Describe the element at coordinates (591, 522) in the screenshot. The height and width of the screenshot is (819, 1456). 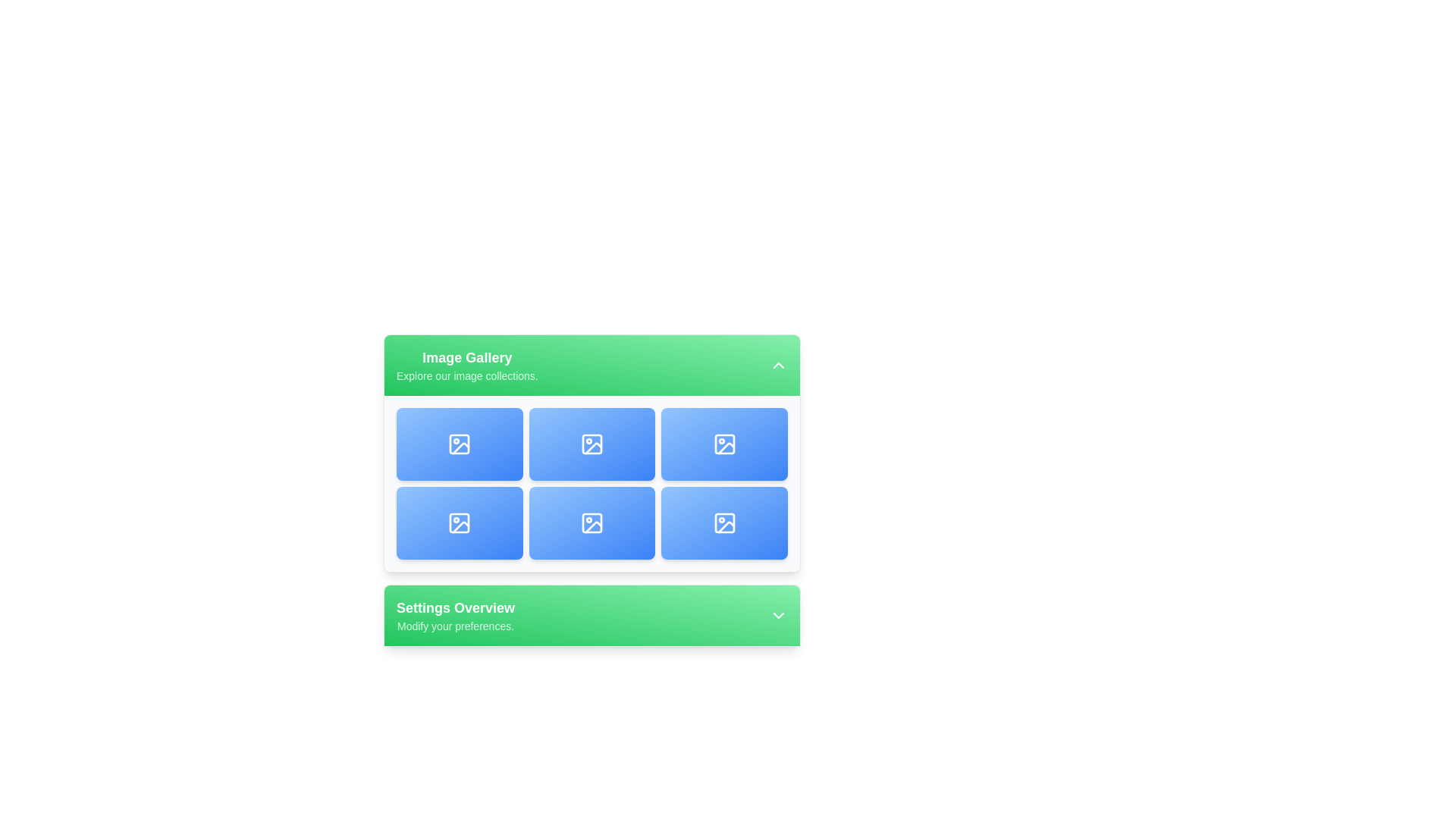
I see `the icon representing the action of selecting or interacting with an image, located within the blue button in the second row, third column of the 'Image Gallery' section` at that location.